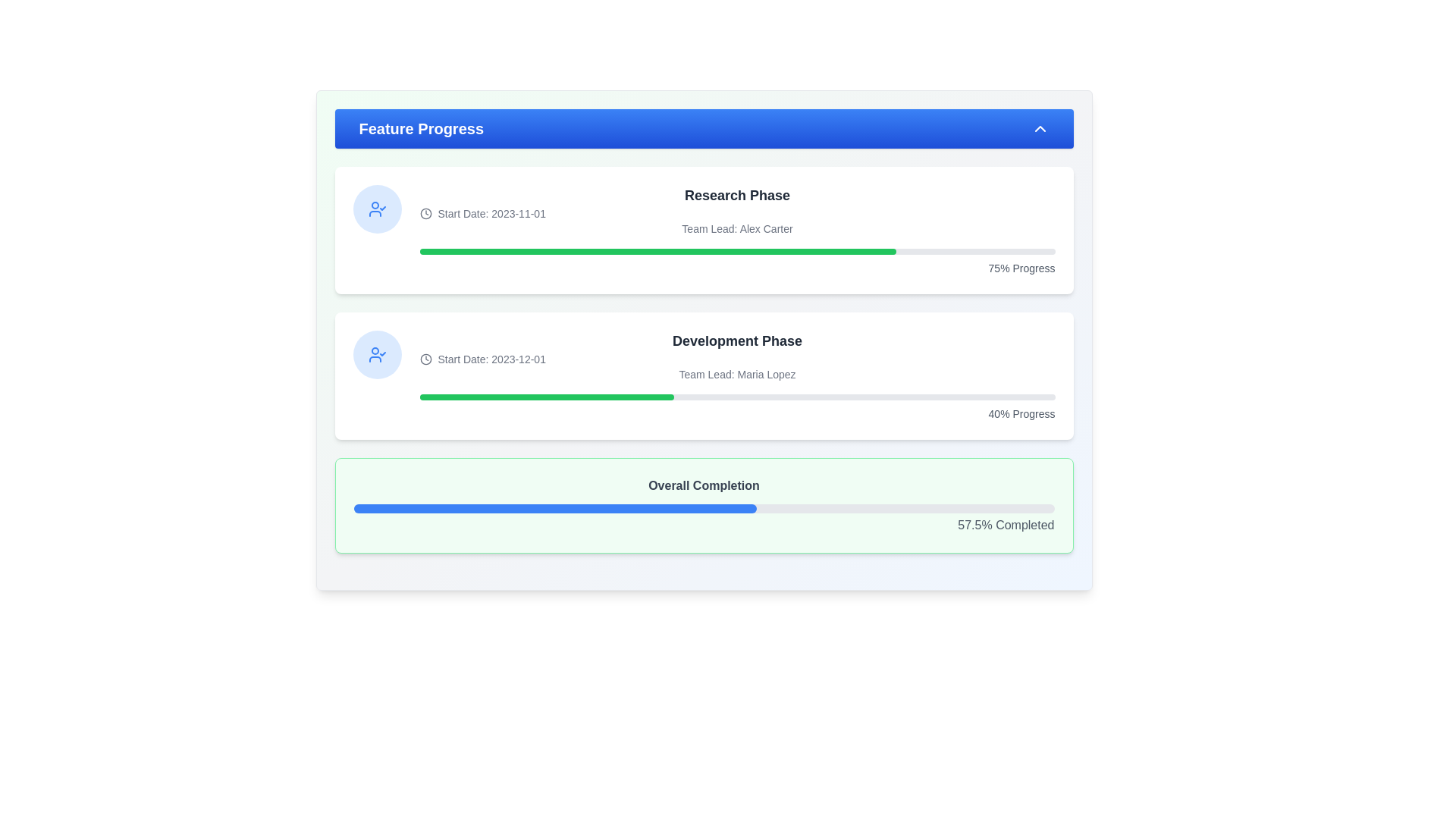 This screenshot has height=819, width=1456. What do you see at coordinates (425, 213) in the screenshot?
I see `the 'Start Date' icon located at the beginning of the 'Start Date: 2023-11-01' text block in the 'Feature Progress' section` at bounding box center [425, 213].